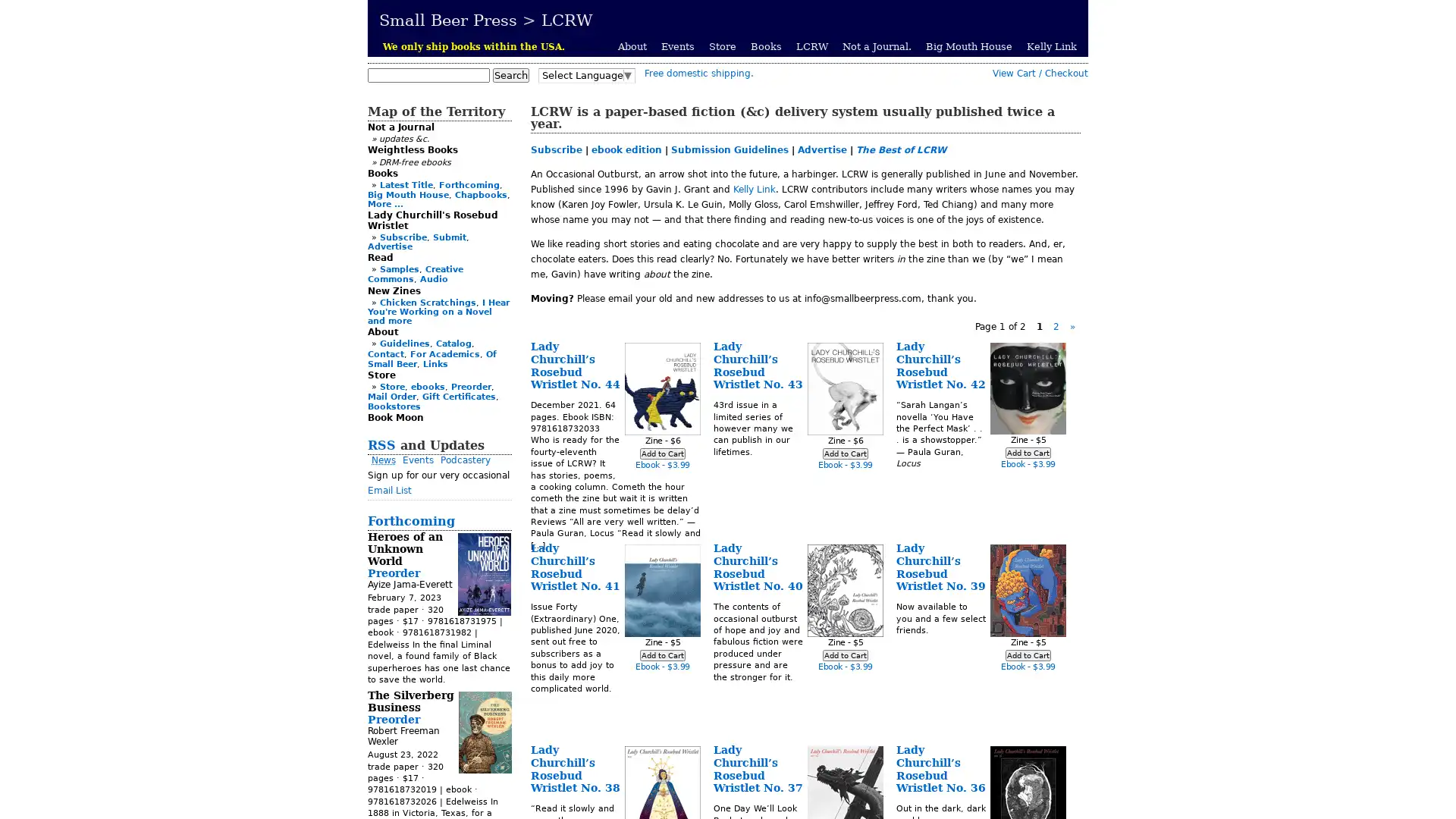 This screenshot has height=819, width=1456. I want to click on Add to Cart, so click(844, 654).